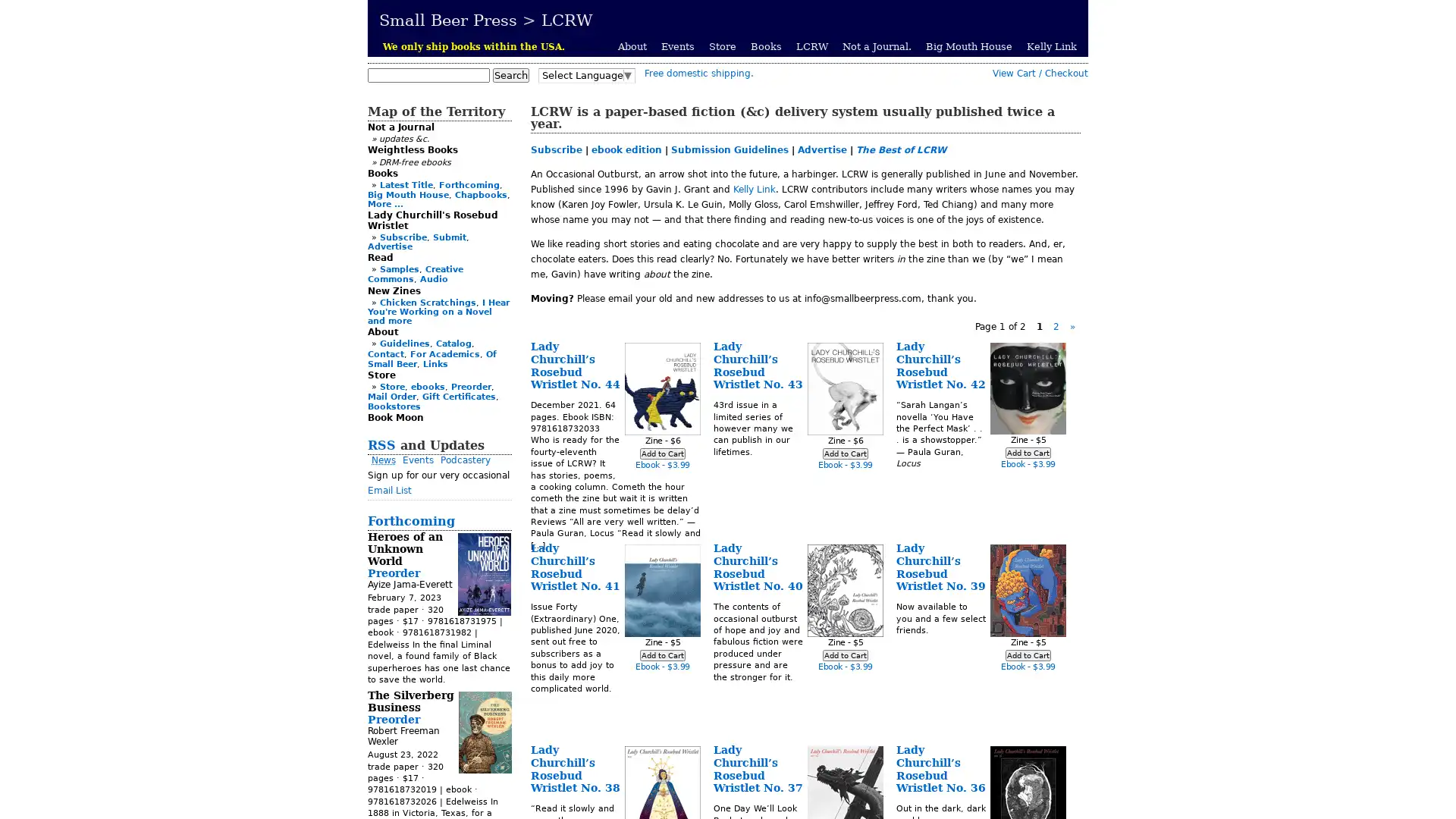 This screenshot has height=819, width=1456. I want to click on Add to Cart, so click(844, 654).